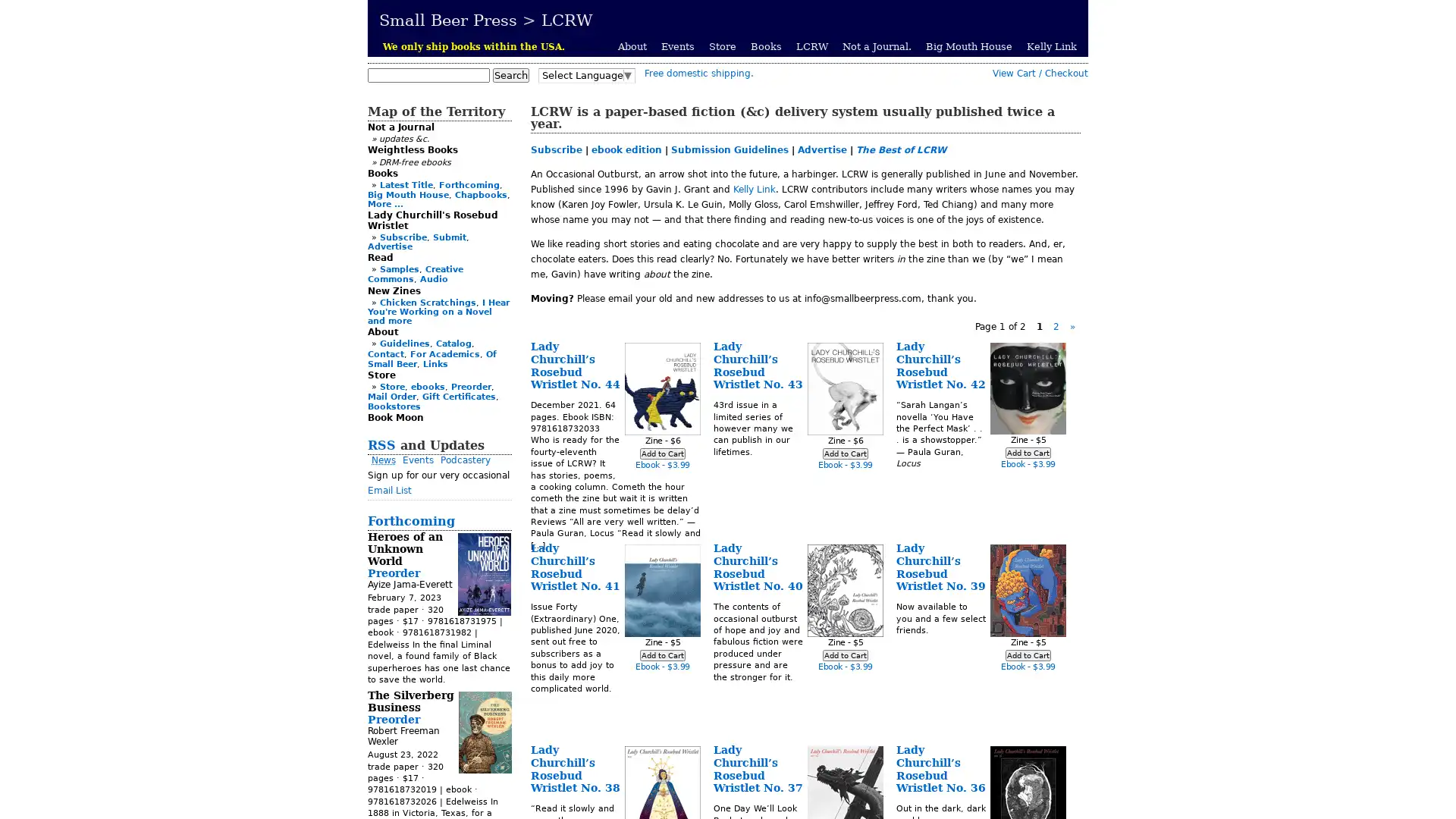 This screenshot has height=819, width=1456. I want to click on Add to Cart, so click(844, 654).